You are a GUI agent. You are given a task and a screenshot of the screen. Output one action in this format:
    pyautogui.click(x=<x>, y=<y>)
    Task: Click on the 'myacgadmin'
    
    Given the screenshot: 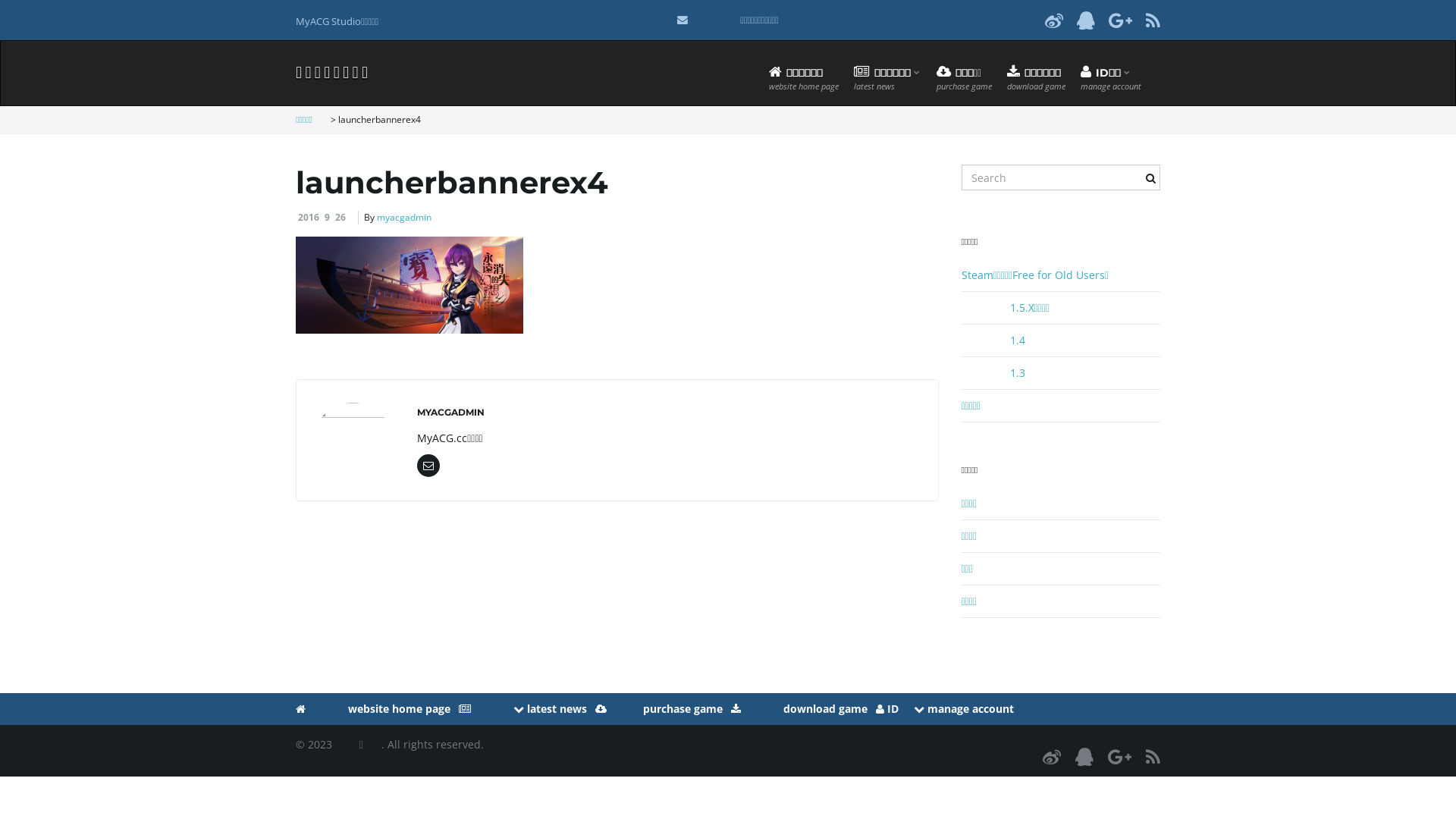 What is the action you would take?
    pyautogui.click(x=403, y=217)
    